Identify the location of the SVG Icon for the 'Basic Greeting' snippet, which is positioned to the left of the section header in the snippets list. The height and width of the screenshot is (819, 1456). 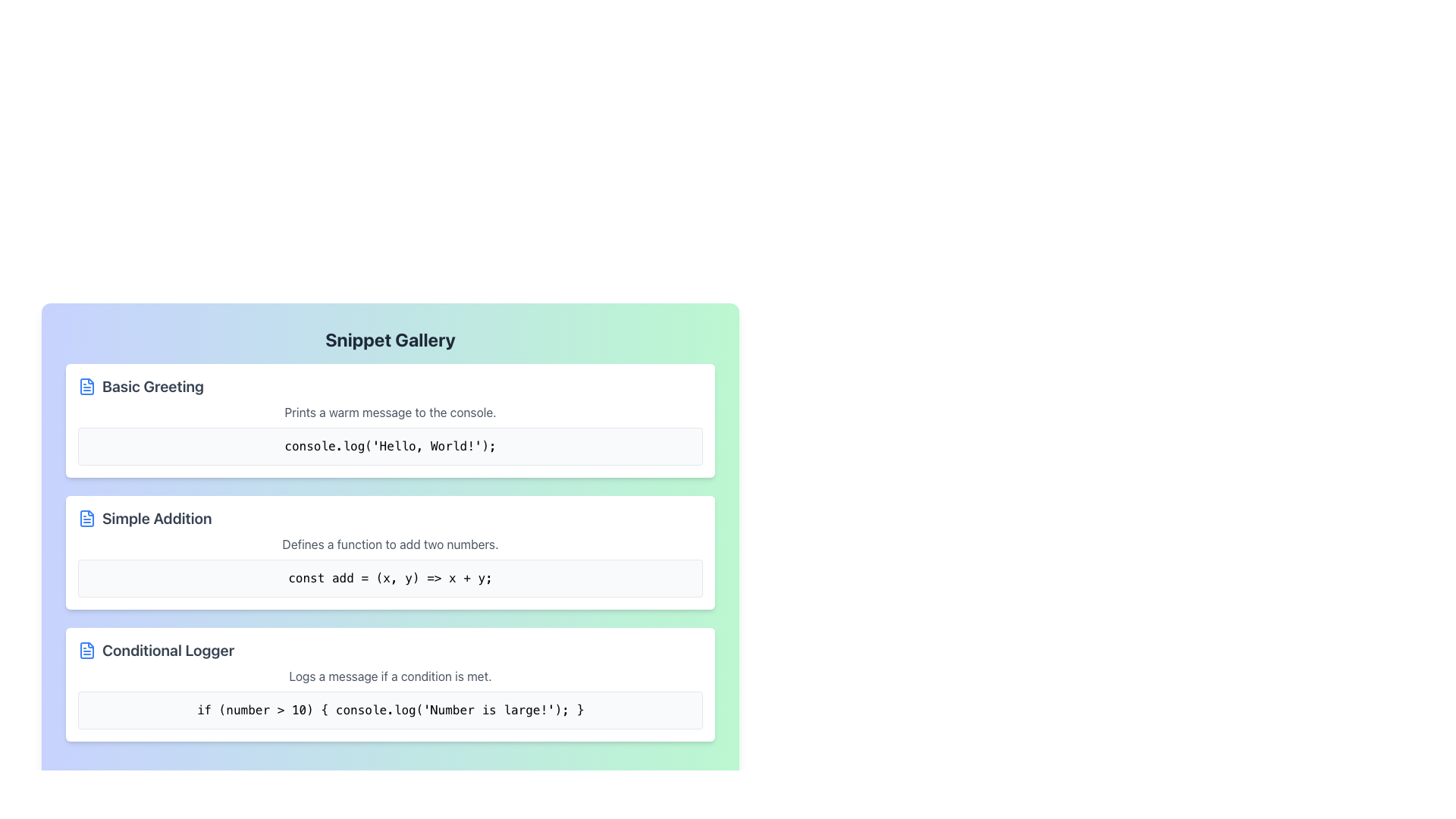
(86, 385).